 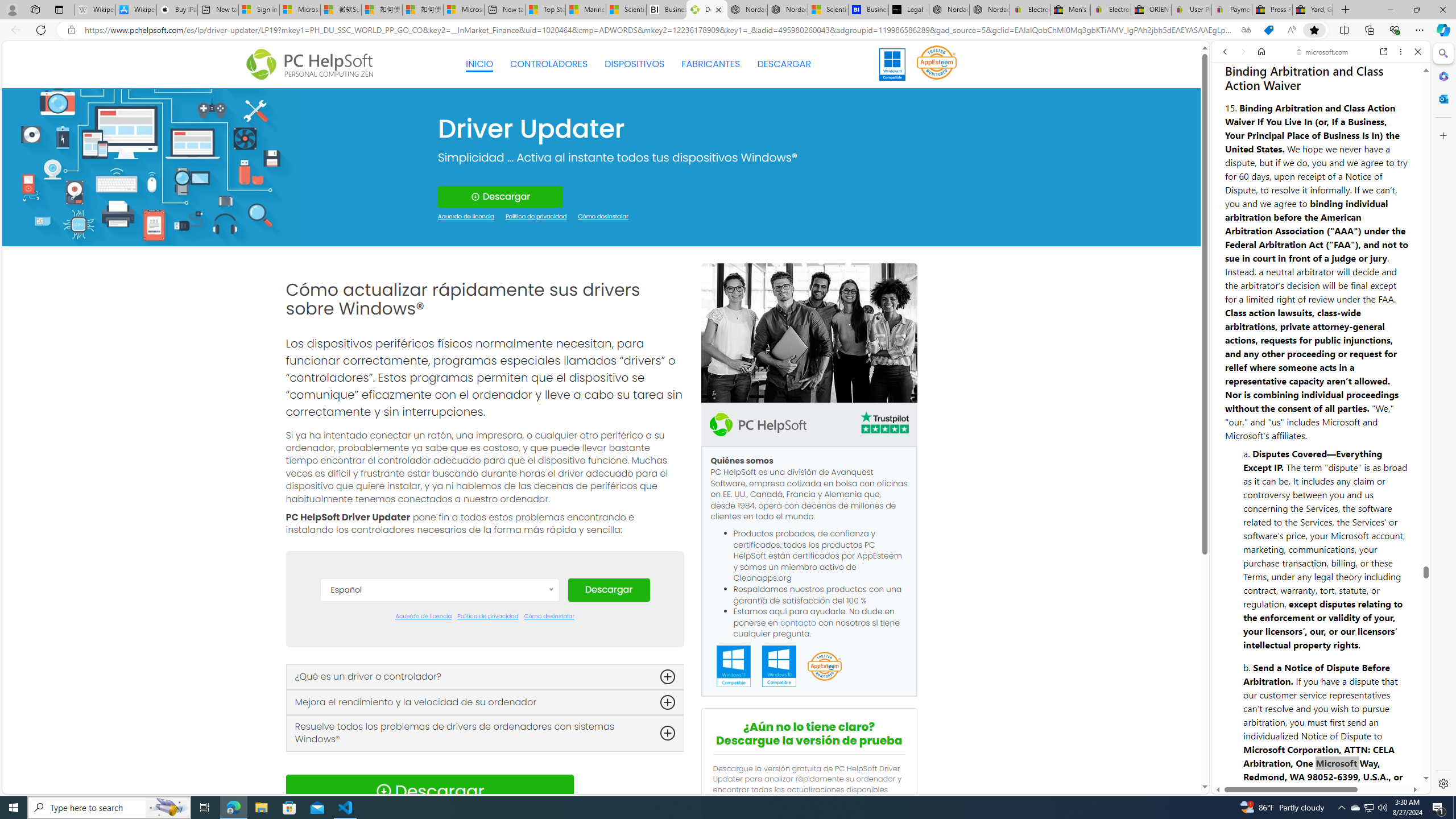 I want to click on 'INICIO', so click(x=479, y=64).